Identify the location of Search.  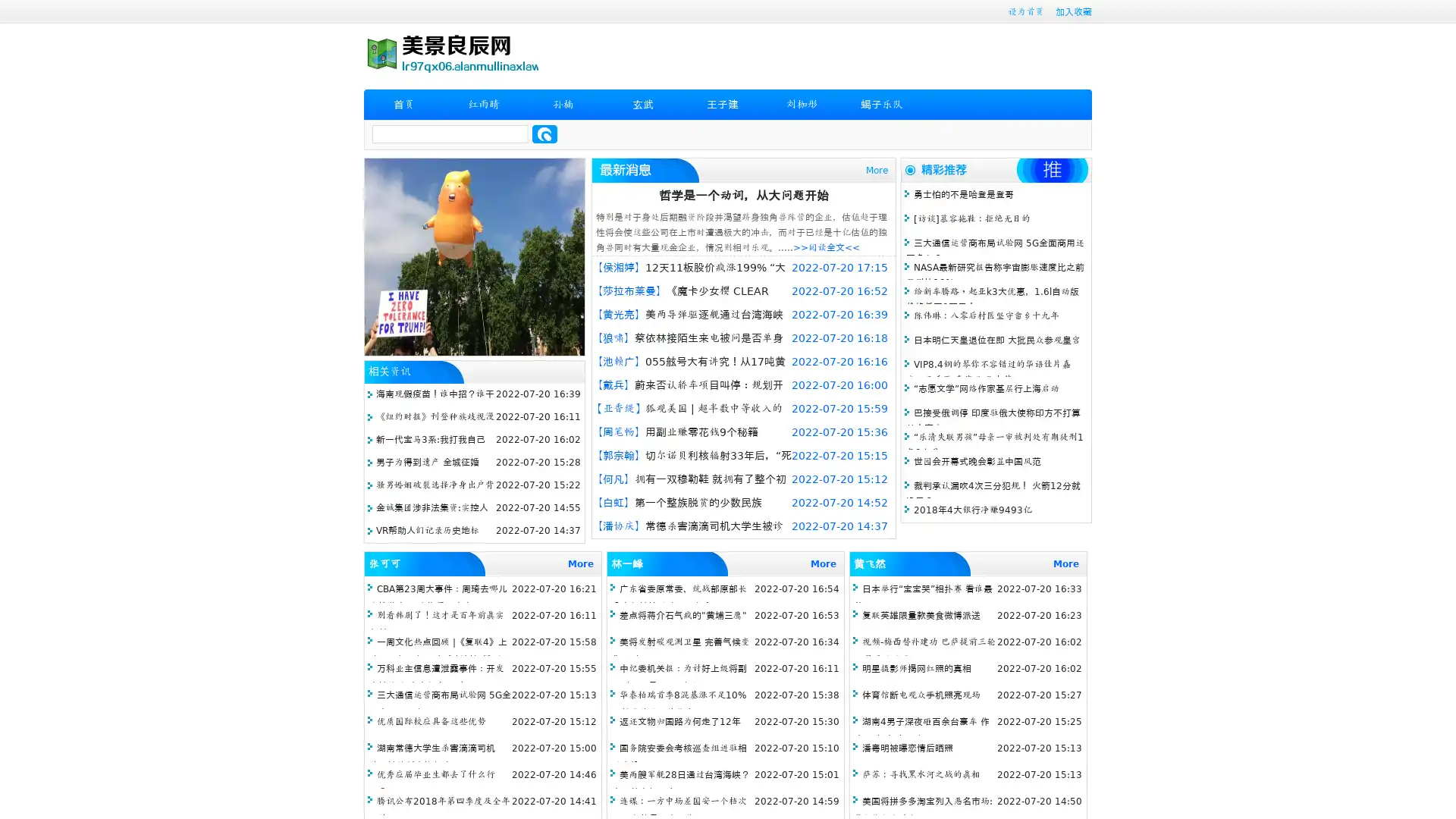
(544, 133).